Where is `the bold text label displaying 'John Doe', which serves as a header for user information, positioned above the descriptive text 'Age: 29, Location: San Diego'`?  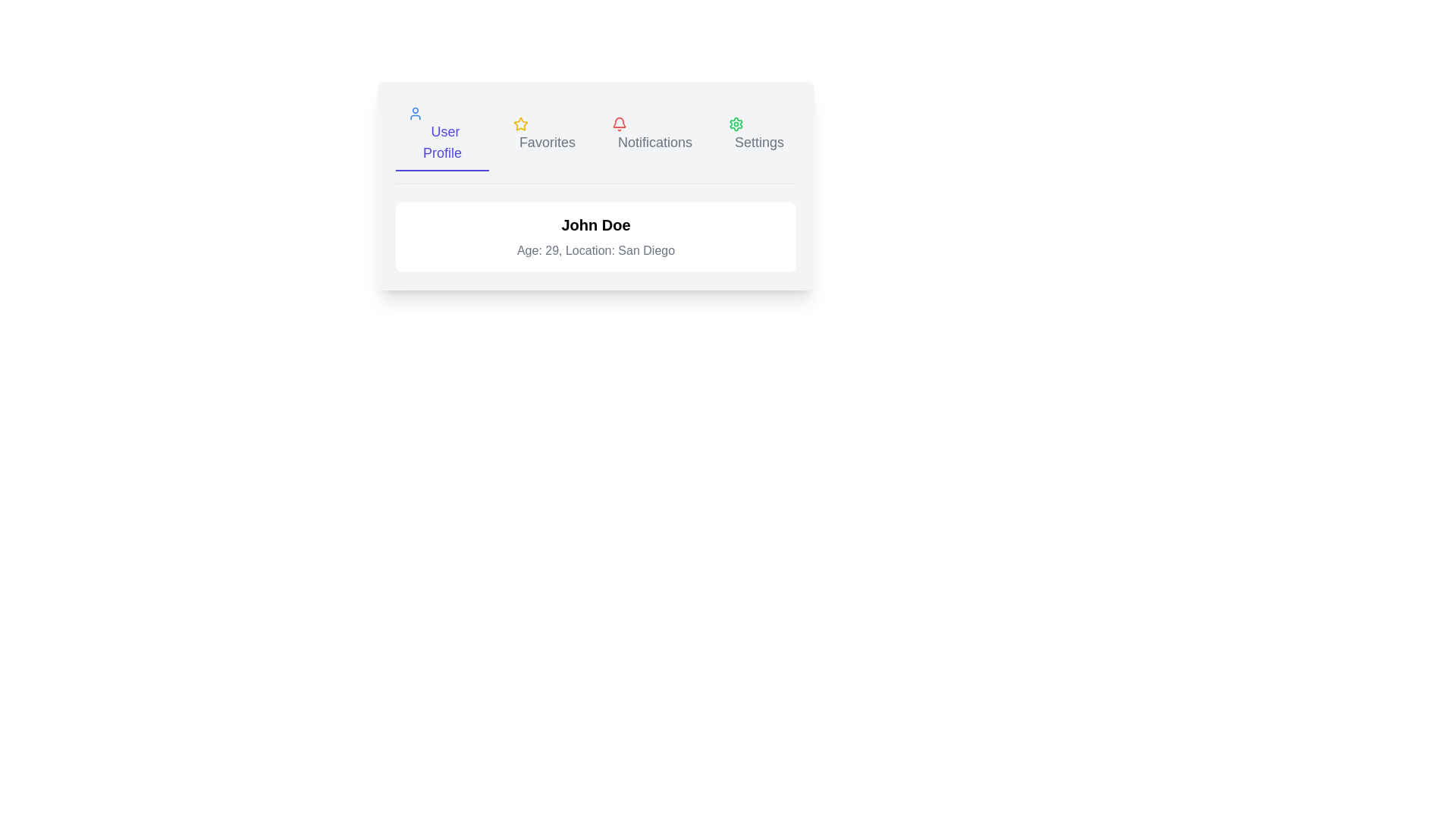
the bold text label displaying 'John Doe', which serves as a header for user information, positioned above the descriptive text 'Age: 29, Location: San Diego' is located at coordinates (595, 225).